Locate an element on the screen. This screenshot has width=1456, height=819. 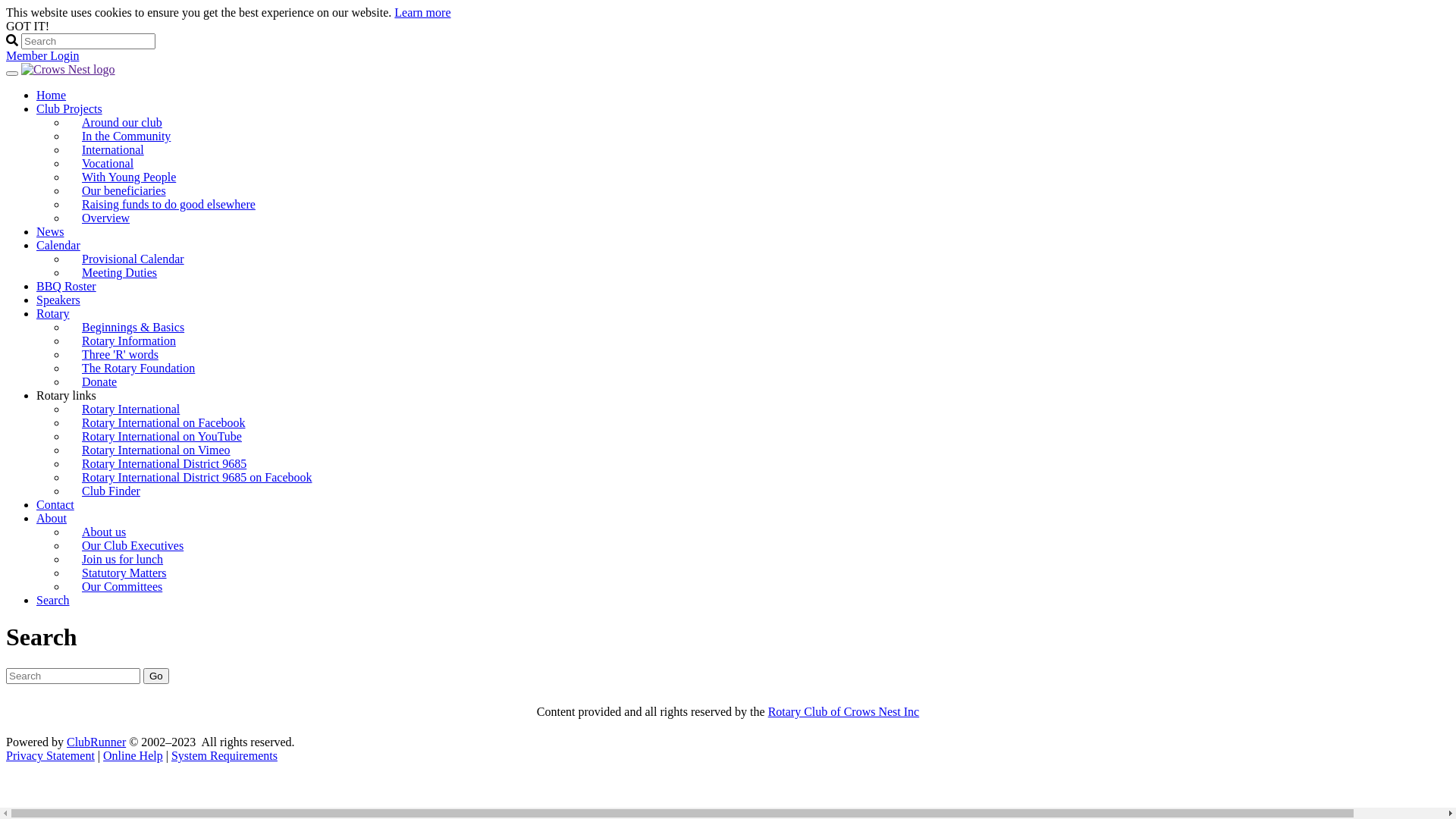
'Raising funds to do good elsewhere' is located at coordinates (174, 203).